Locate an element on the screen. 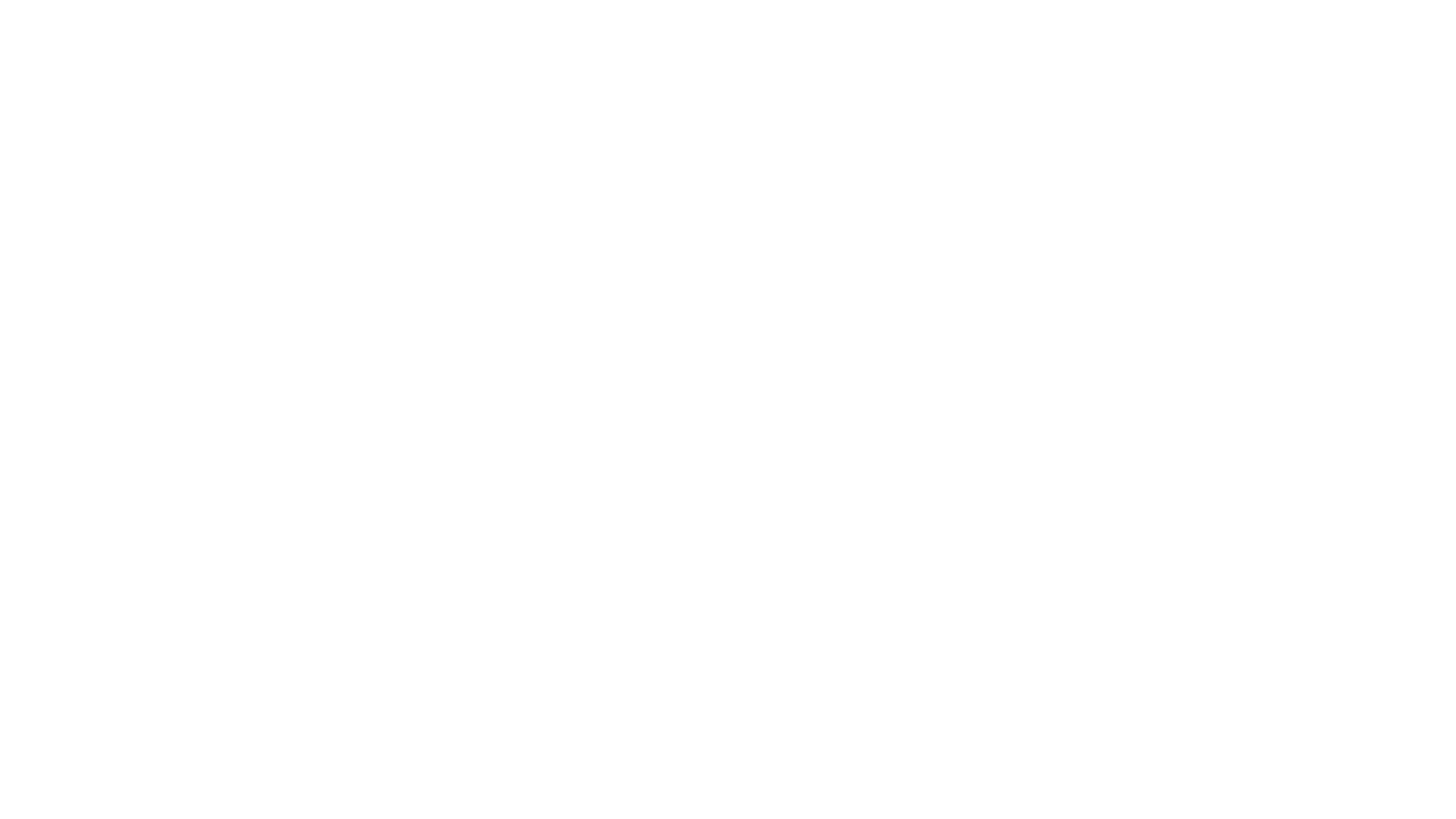 This screenshot has height=819, width=1456. Meta Portal is located at coordinates (712, 54).